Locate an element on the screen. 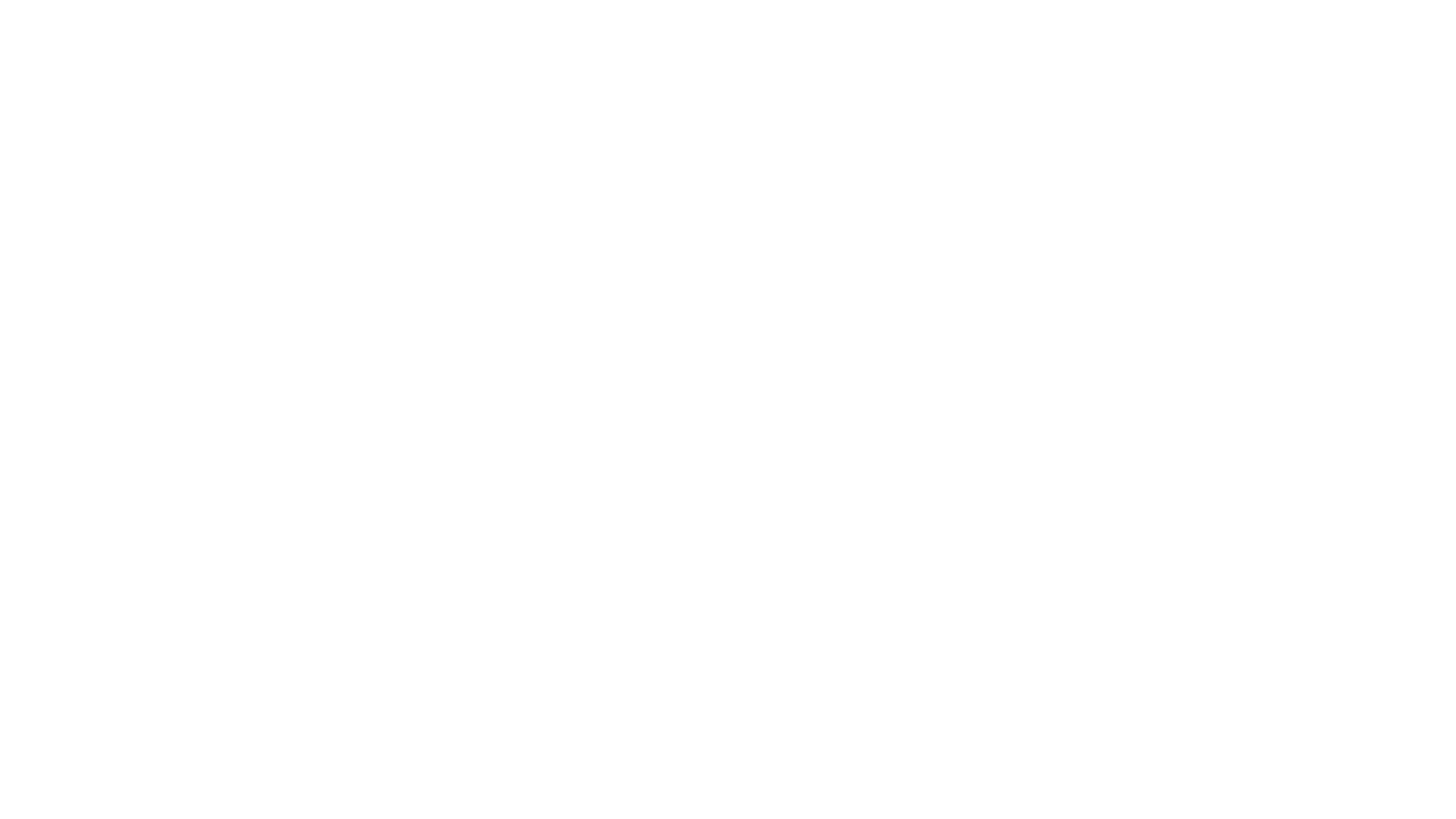 This screenshot has height=819, width=1456. Meta Portal is located at coordinates (712, 54).